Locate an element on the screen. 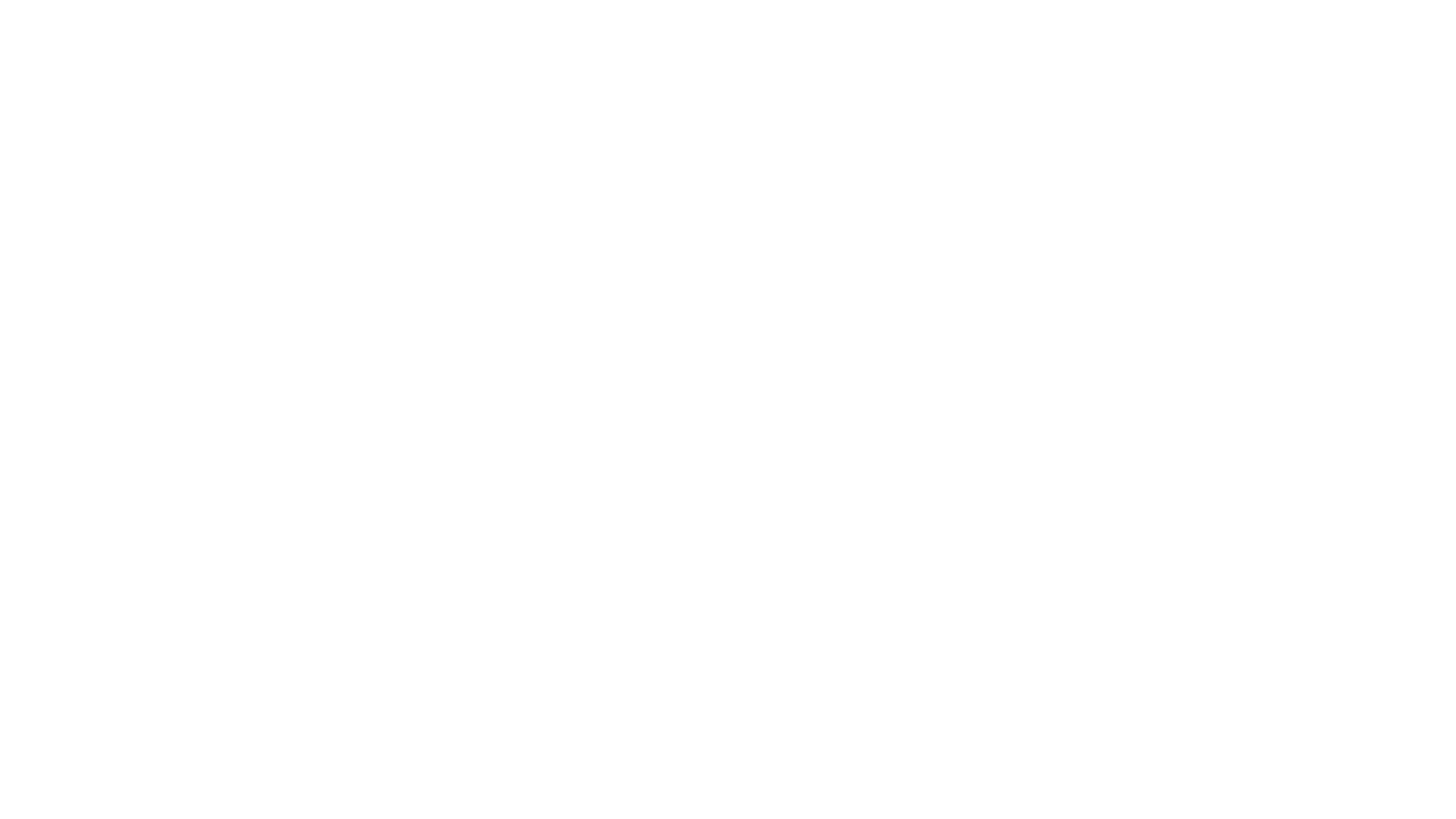 This screenshot has height=819, width=1456. Meta Portal is located at coordinates (712, 54).